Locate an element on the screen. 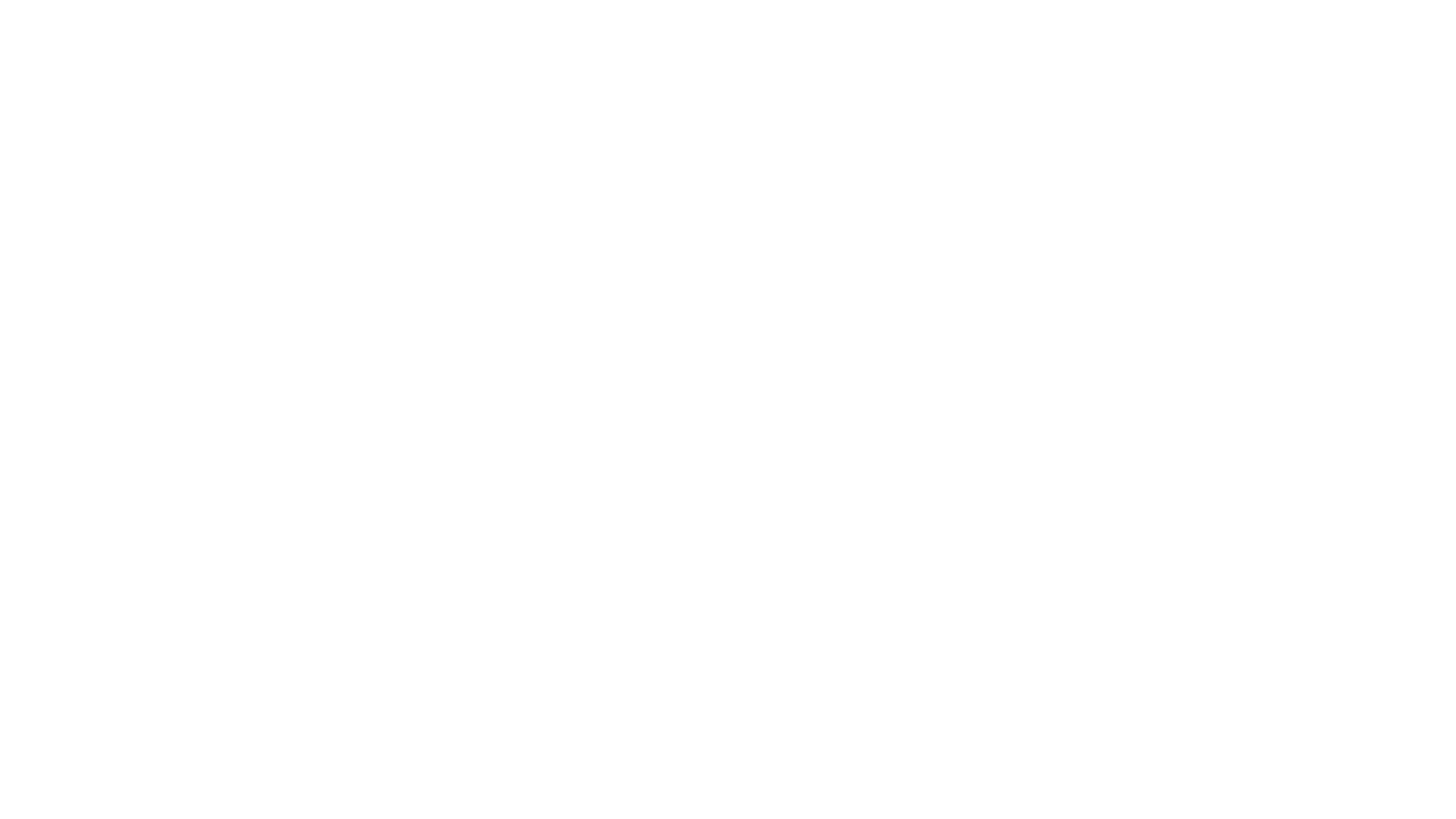 This screenshot has height=819, width=1456. Meta Portal is located at coordinates (712, 54).